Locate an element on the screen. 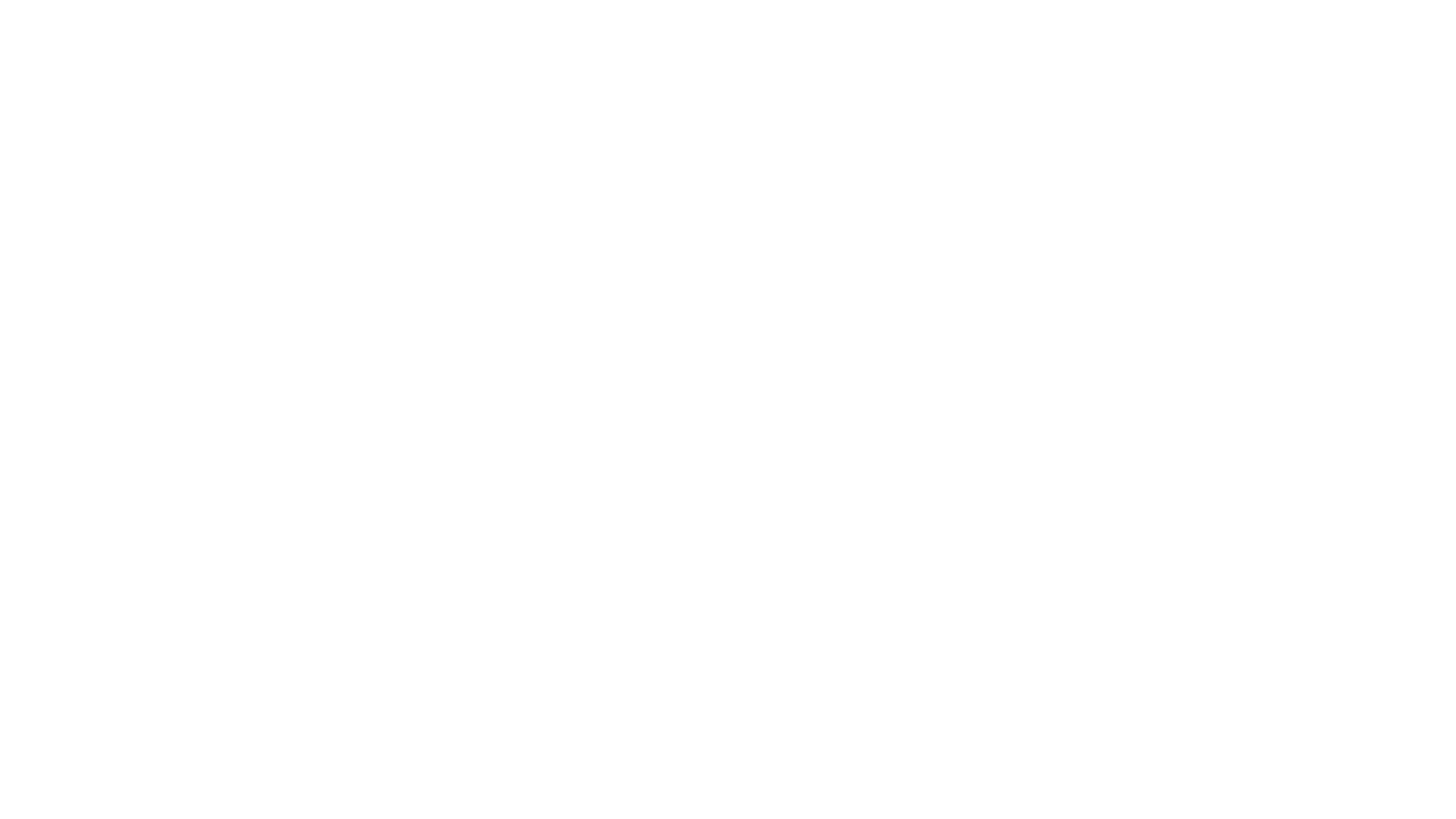 This screenshot has height=819, width=1456. Meta Portal is located at coordinates (712, 54).